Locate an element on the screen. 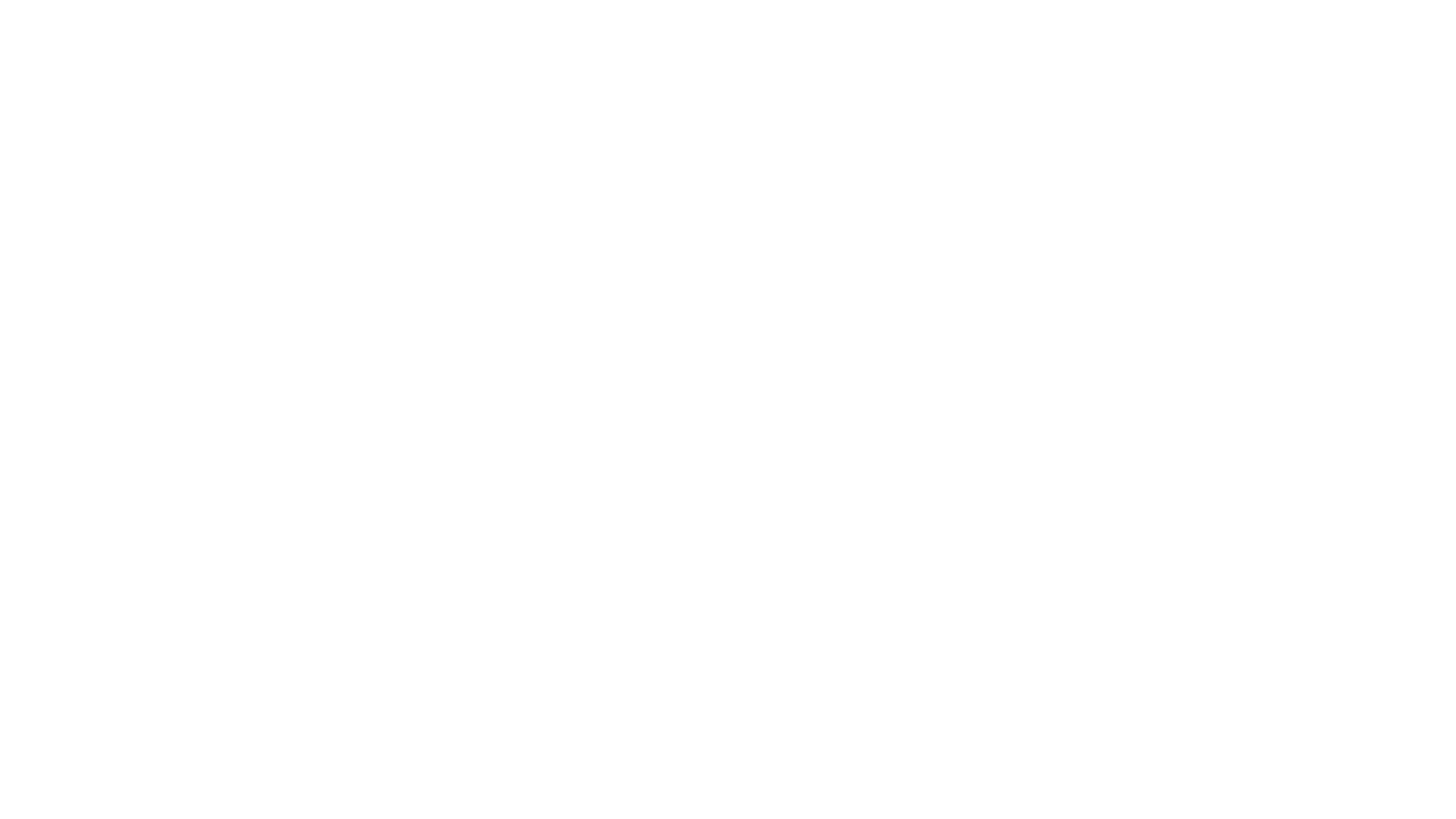 This screenshot has height=819, width=1456. Meta Portal is located at coordinates (712, 54).